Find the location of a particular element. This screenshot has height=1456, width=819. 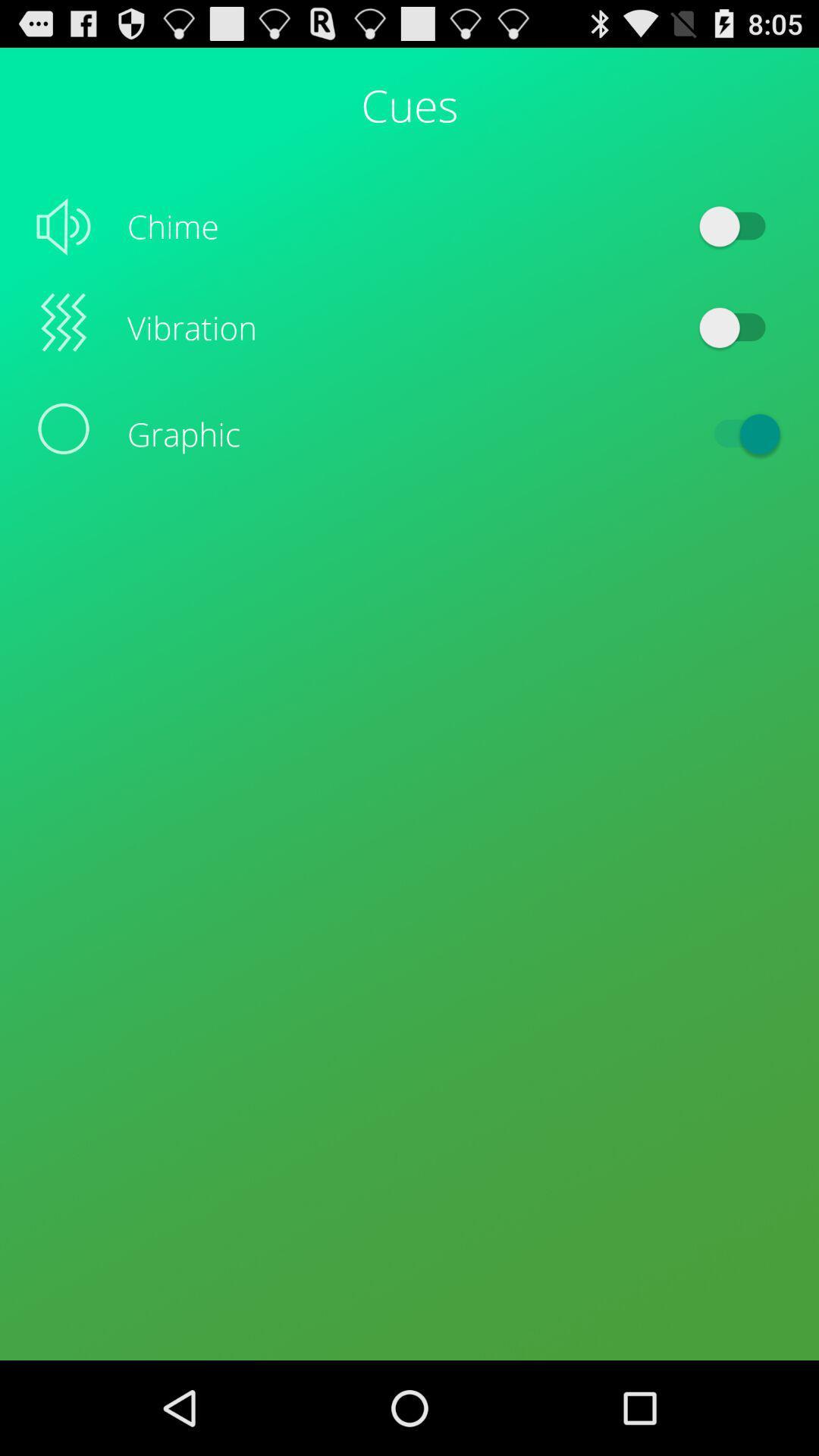

the icon below the cues icon is located at coordinates (739, 225).